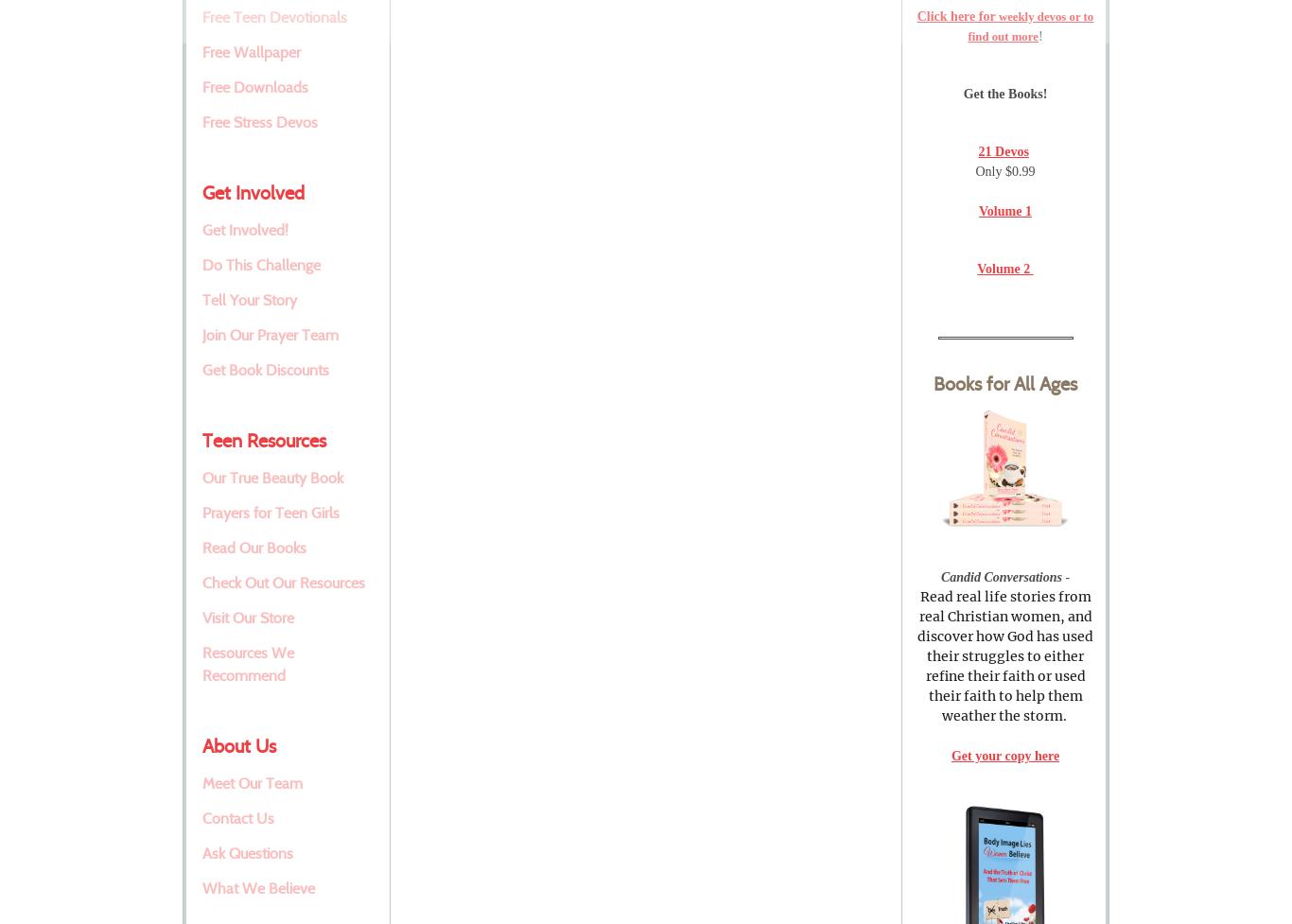 The width and height of the screenshot is (1292, 924). I want to click on 'Meet Our Team', so click(253, 782).